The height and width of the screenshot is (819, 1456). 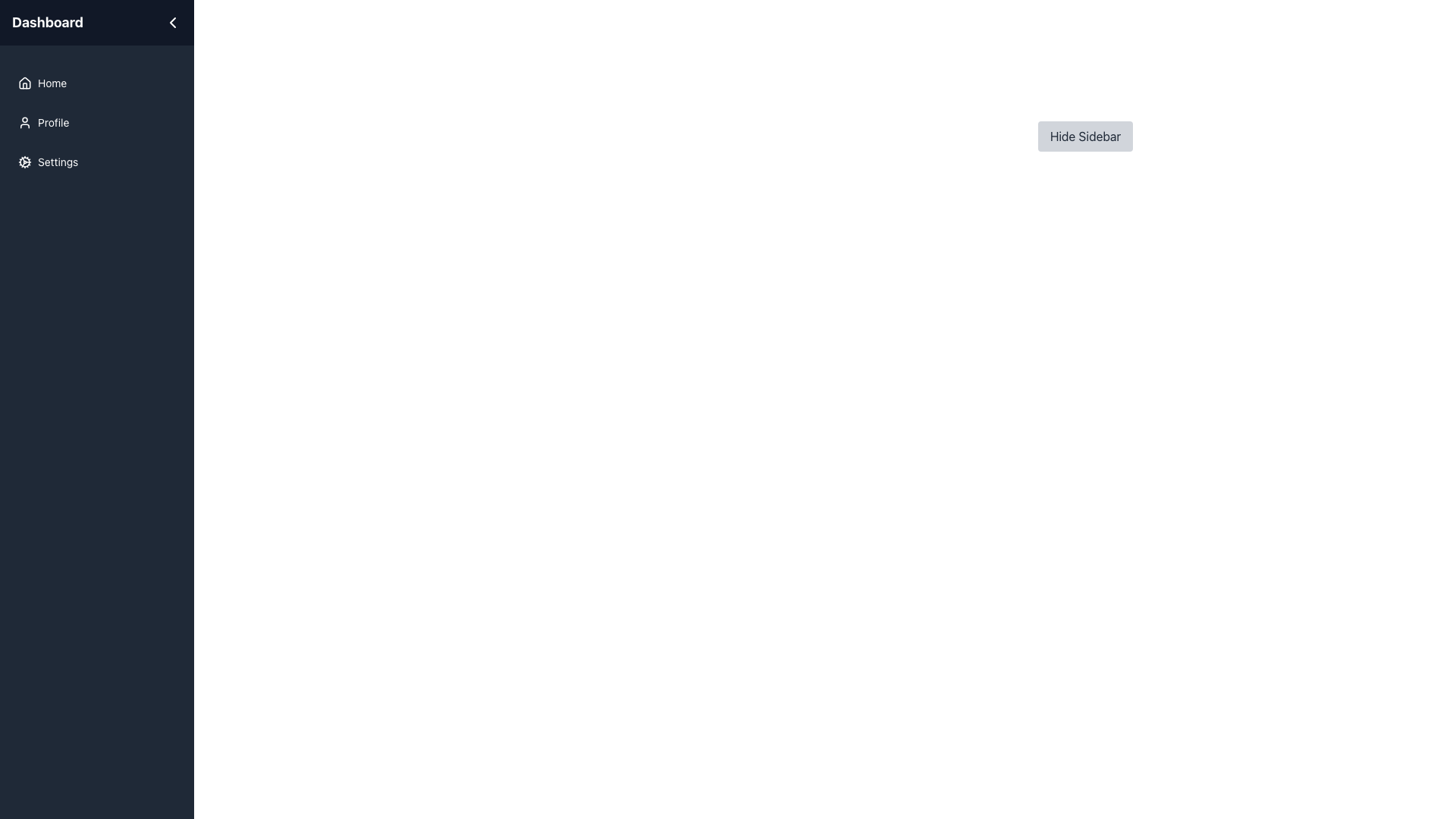 I want to click on the 'Dashboard' text label, so click(x=47, y=23).